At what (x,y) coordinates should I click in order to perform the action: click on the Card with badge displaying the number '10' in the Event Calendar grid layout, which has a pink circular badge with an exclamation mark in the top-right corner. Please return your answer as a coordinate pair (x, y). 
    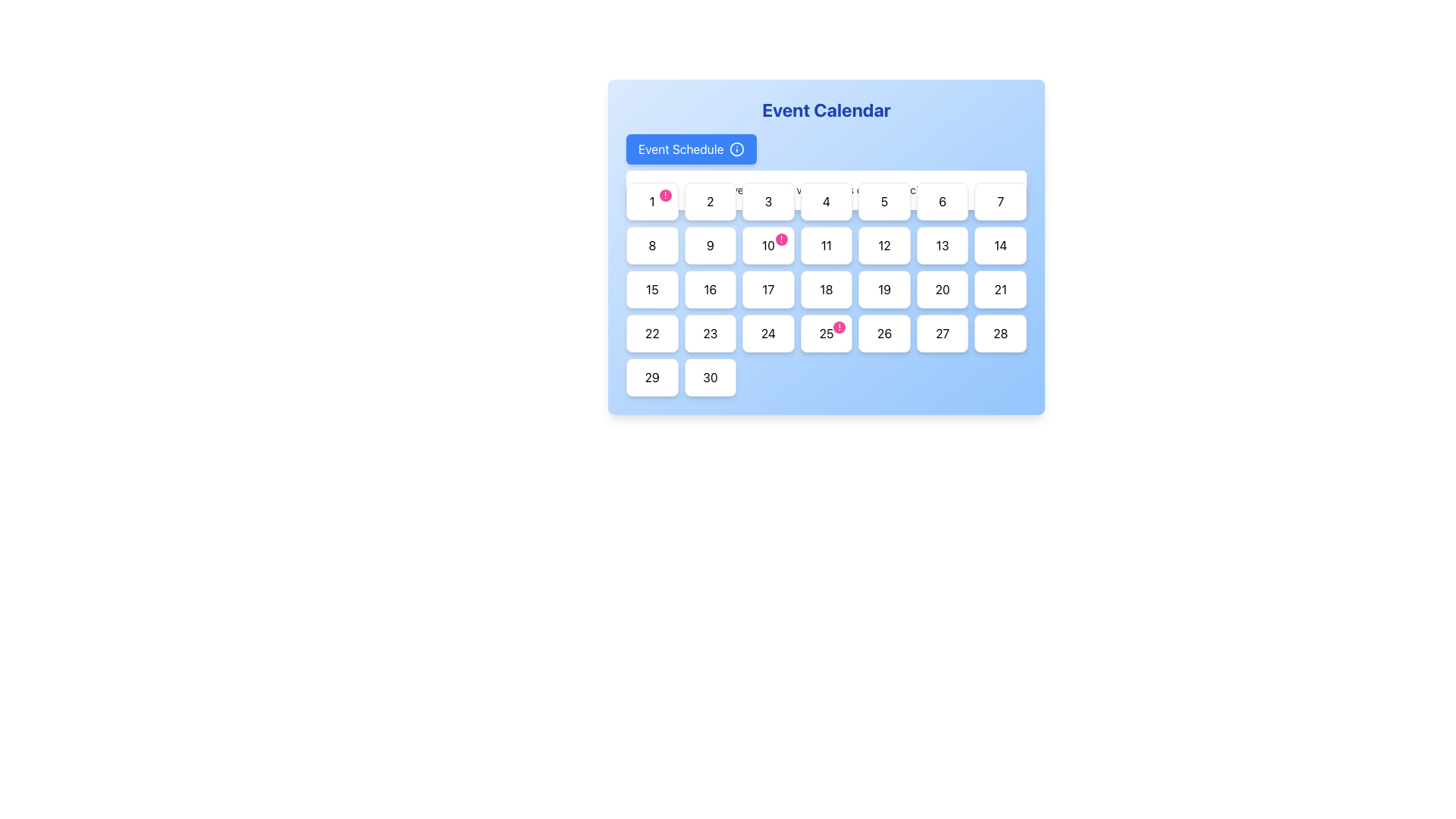
    Looking at the image, I should click on (768, 245).